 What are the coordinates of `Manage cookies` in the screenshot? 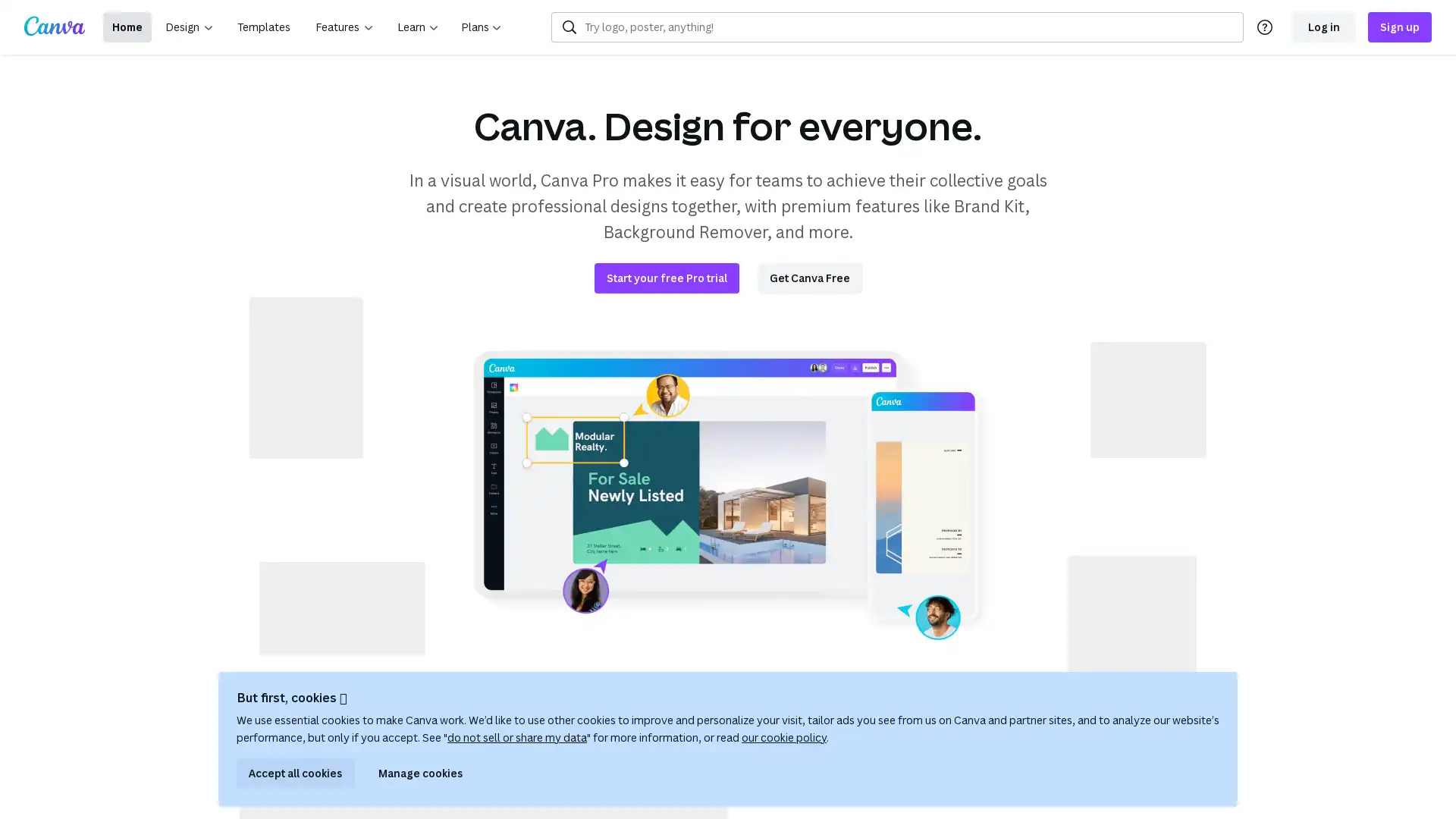 It's located at (420, 773).